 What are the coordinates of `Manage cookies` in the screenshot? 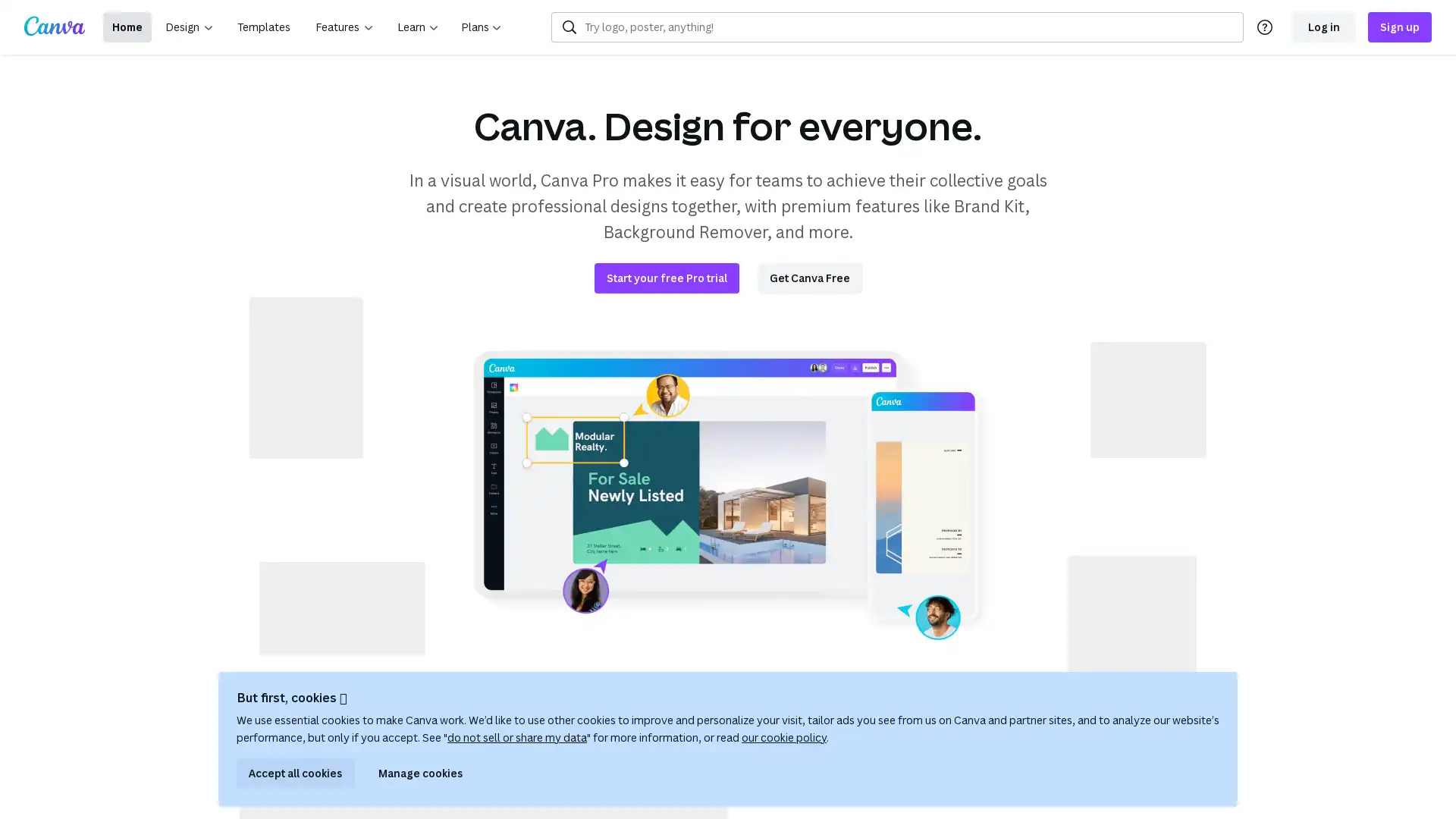 It's located at (420, 773).